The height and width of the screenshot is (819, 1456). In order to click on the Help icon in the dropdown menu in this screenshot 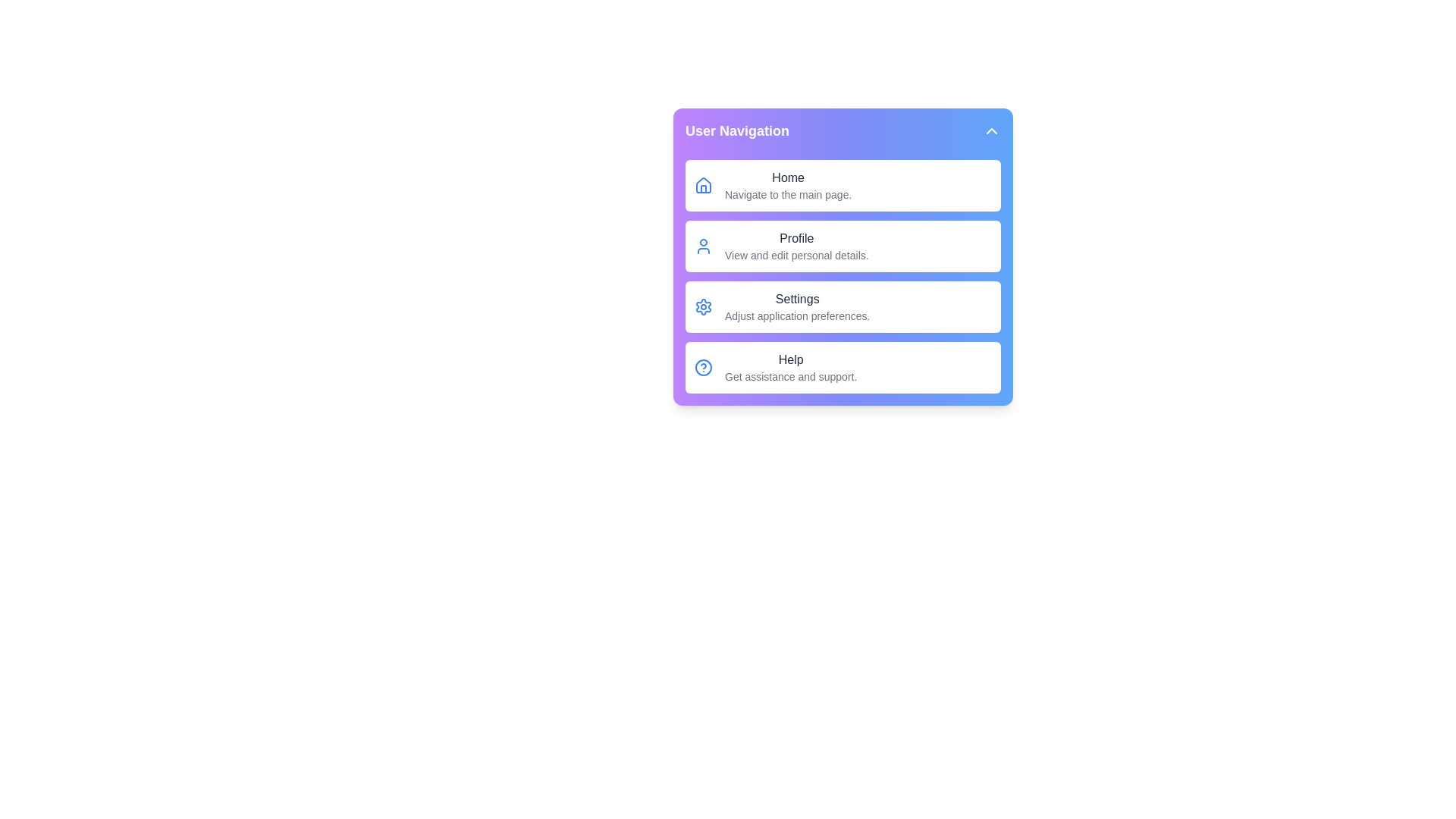, I will do `click(702, 368)`.